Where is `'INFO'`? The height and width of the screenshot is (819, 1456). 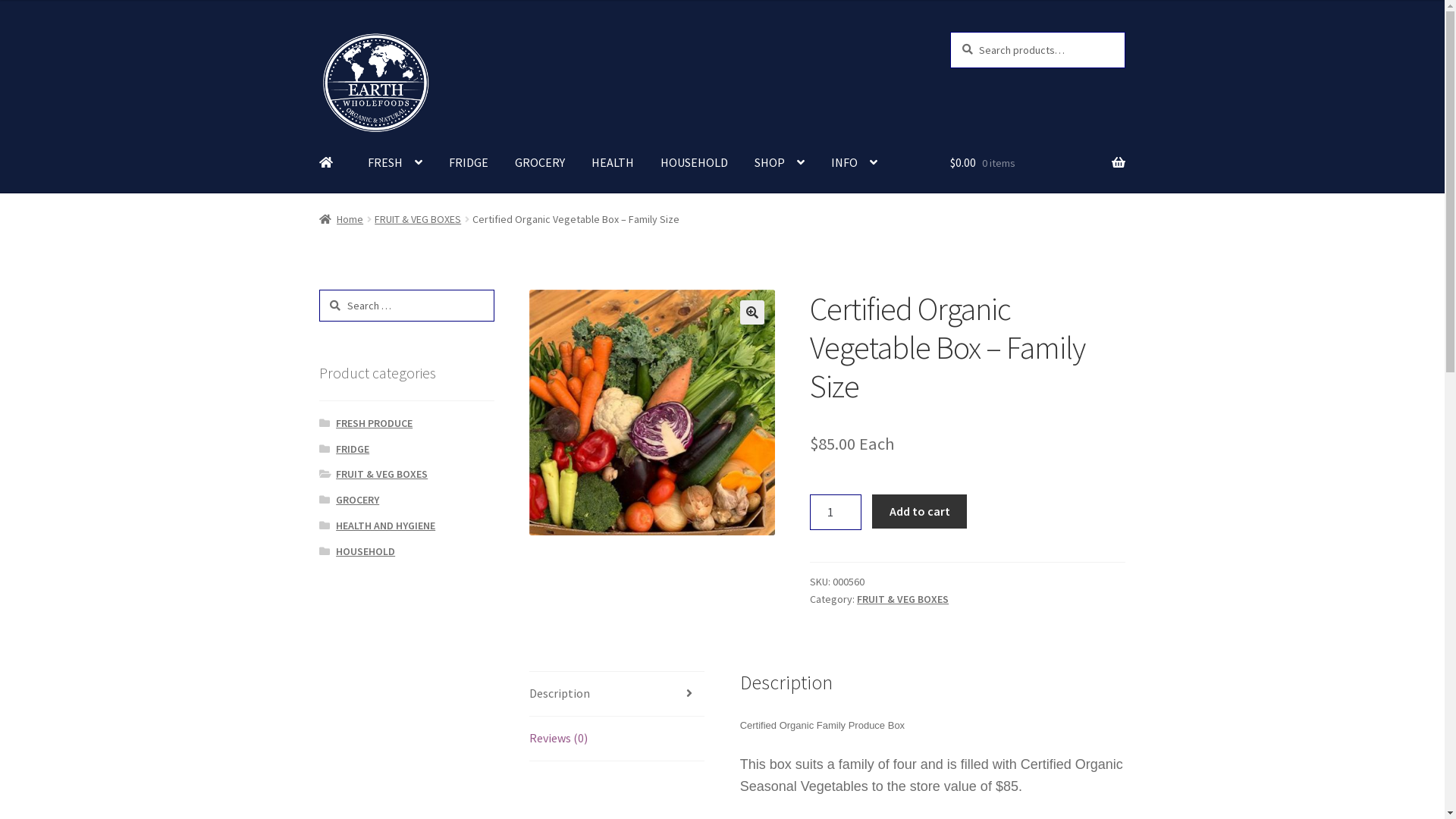
'INFO' is located at coordinates (854, 164).